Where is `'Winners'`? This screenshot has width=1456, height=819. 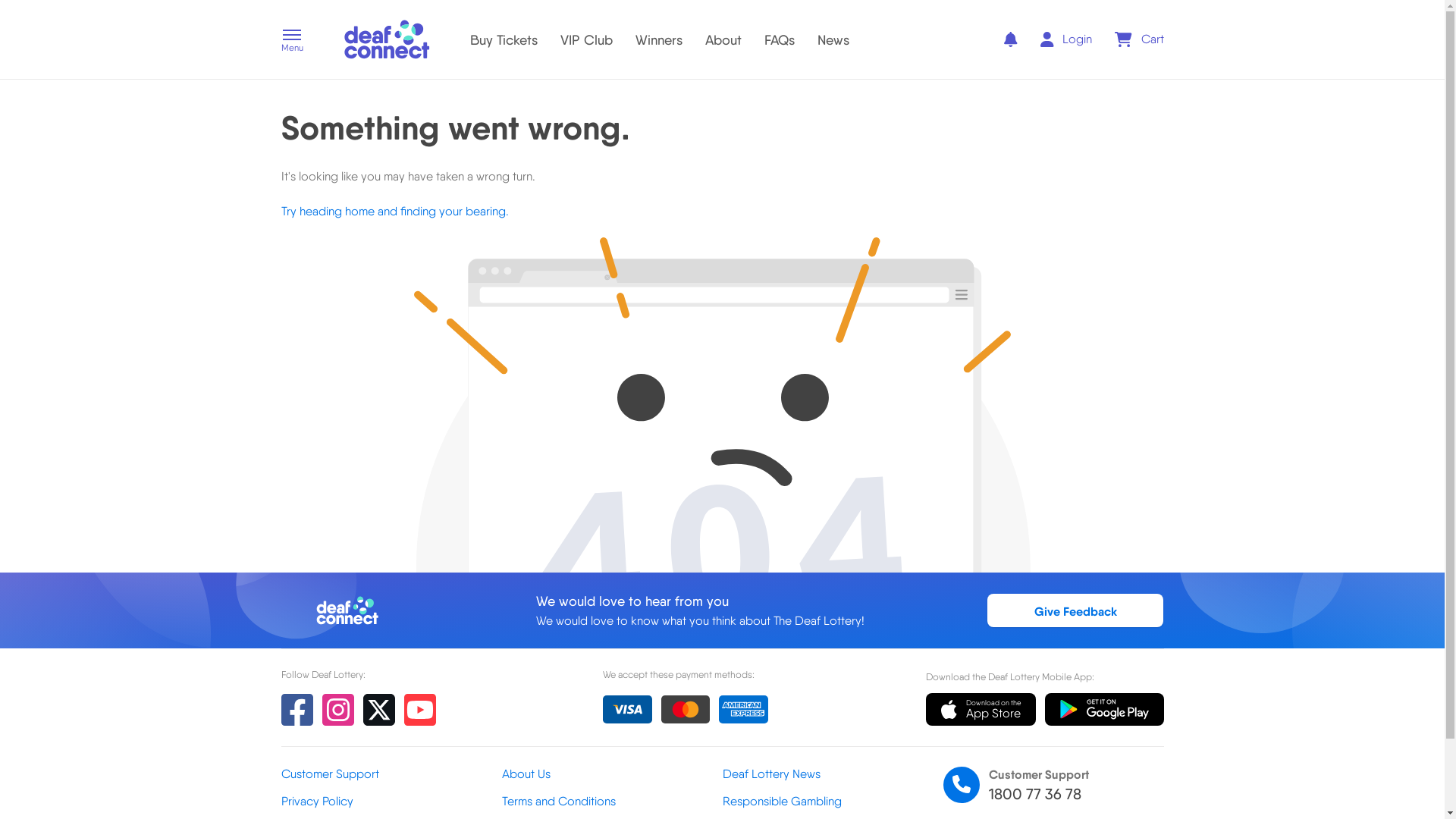
'Winners' is located at coordinates (658, 38).